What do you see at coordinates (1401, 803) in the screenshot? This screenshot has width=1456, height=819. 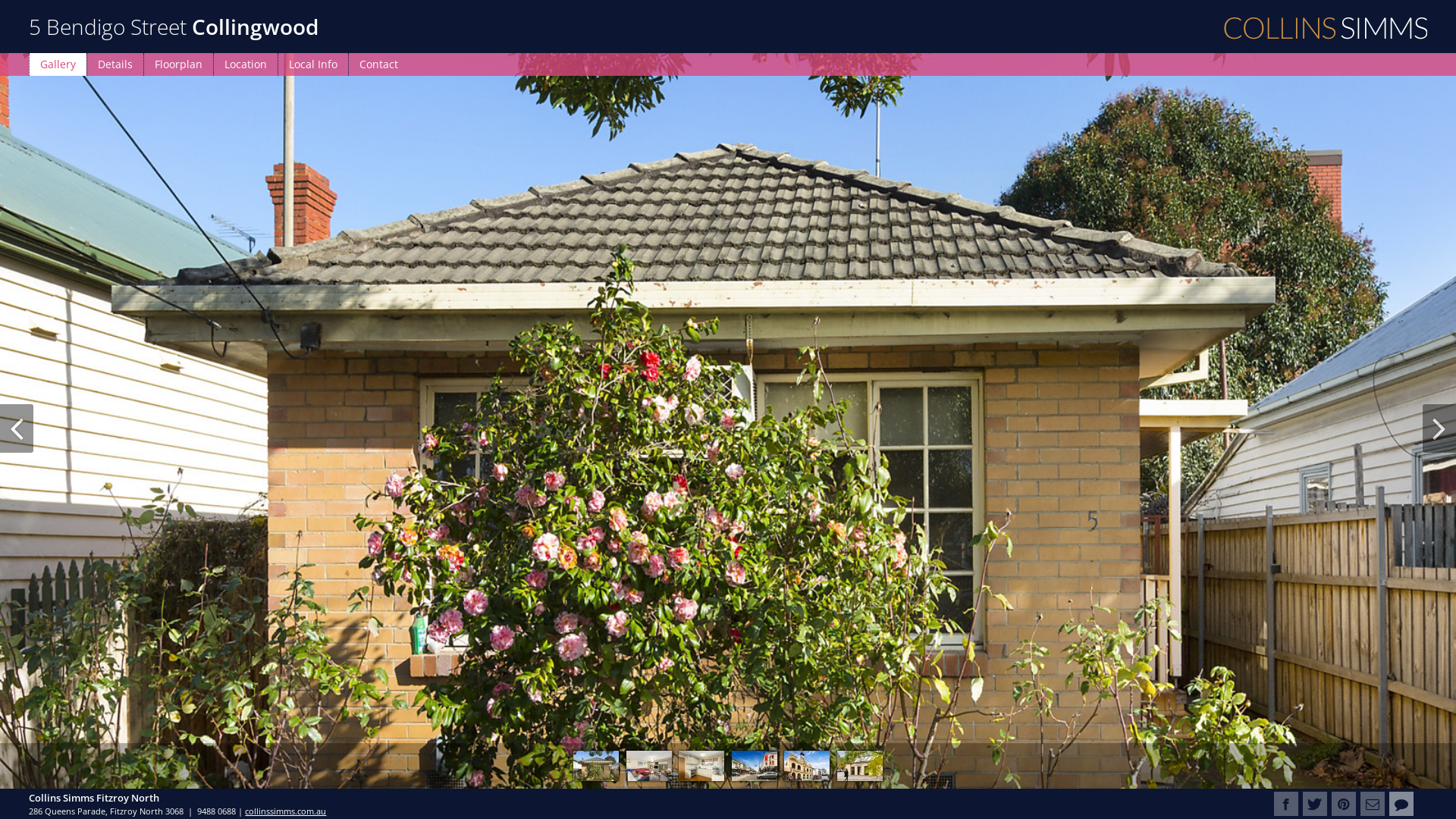 I see `'Contact Collins Simms Fitzroy North'` at bounding box center [1401, 803].